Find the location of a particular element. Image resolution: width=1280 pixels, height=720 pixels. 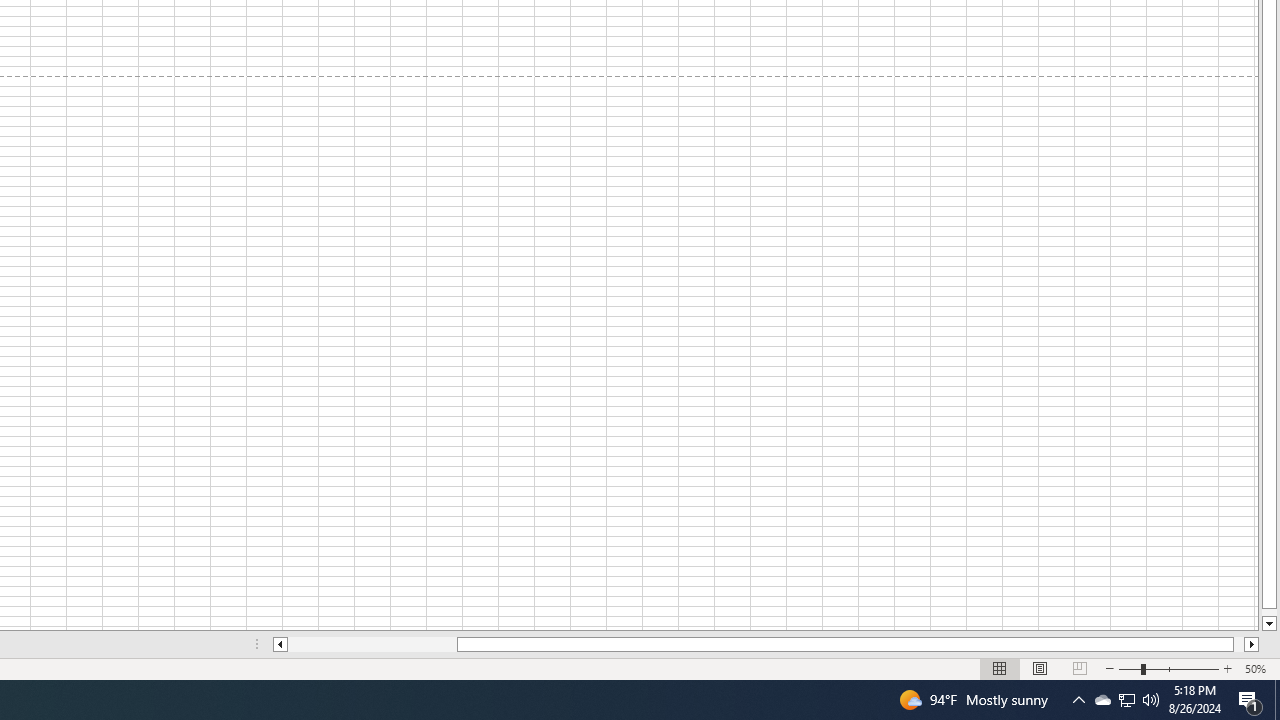

'Page left' is located at coordinates (372, 644).